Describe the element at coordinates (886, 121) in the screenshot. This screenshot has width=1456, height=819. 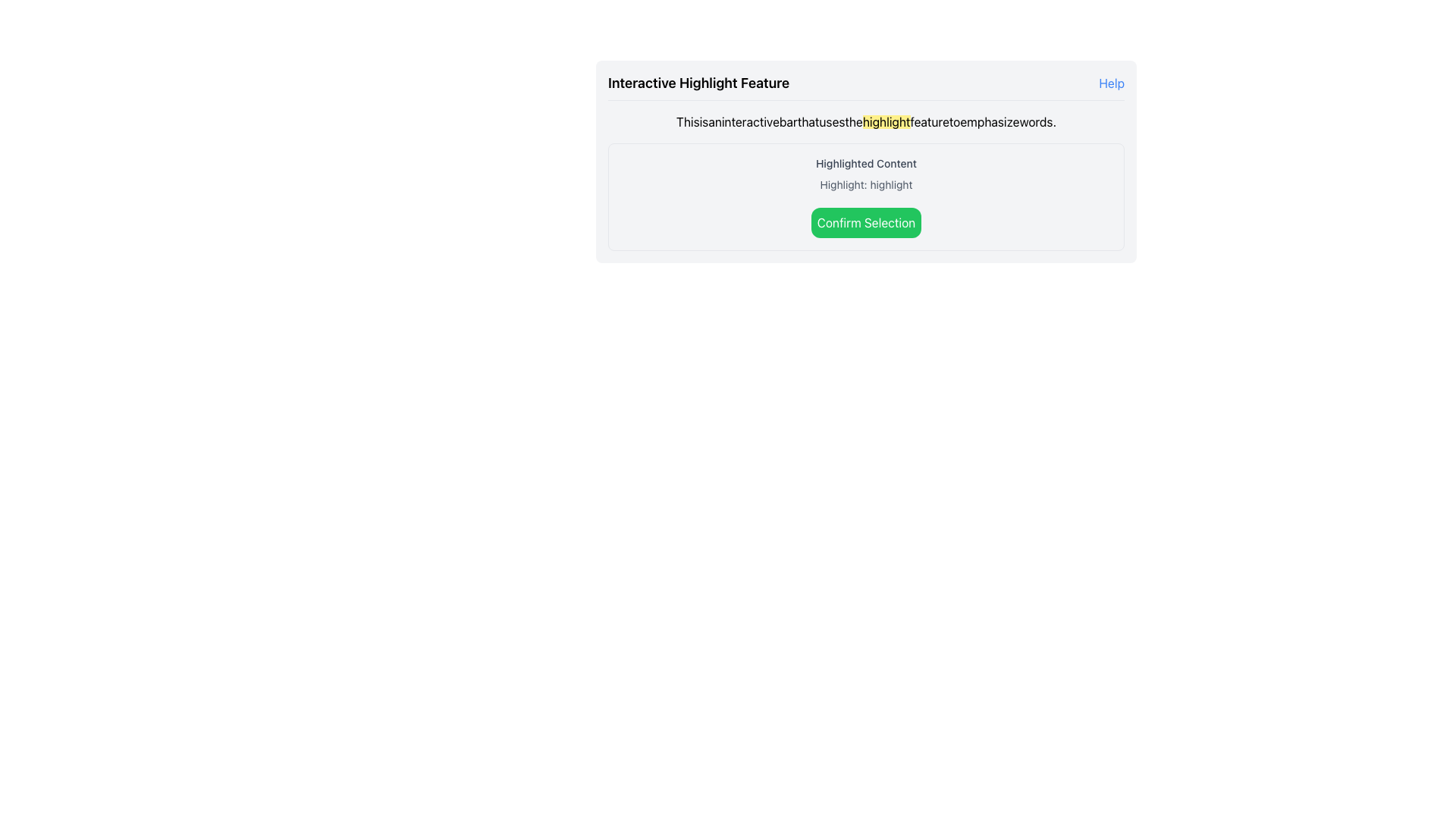
I see `the highlighted word 'highlight' in the sentence under 'Interactive Highlight Feature'` at that location.